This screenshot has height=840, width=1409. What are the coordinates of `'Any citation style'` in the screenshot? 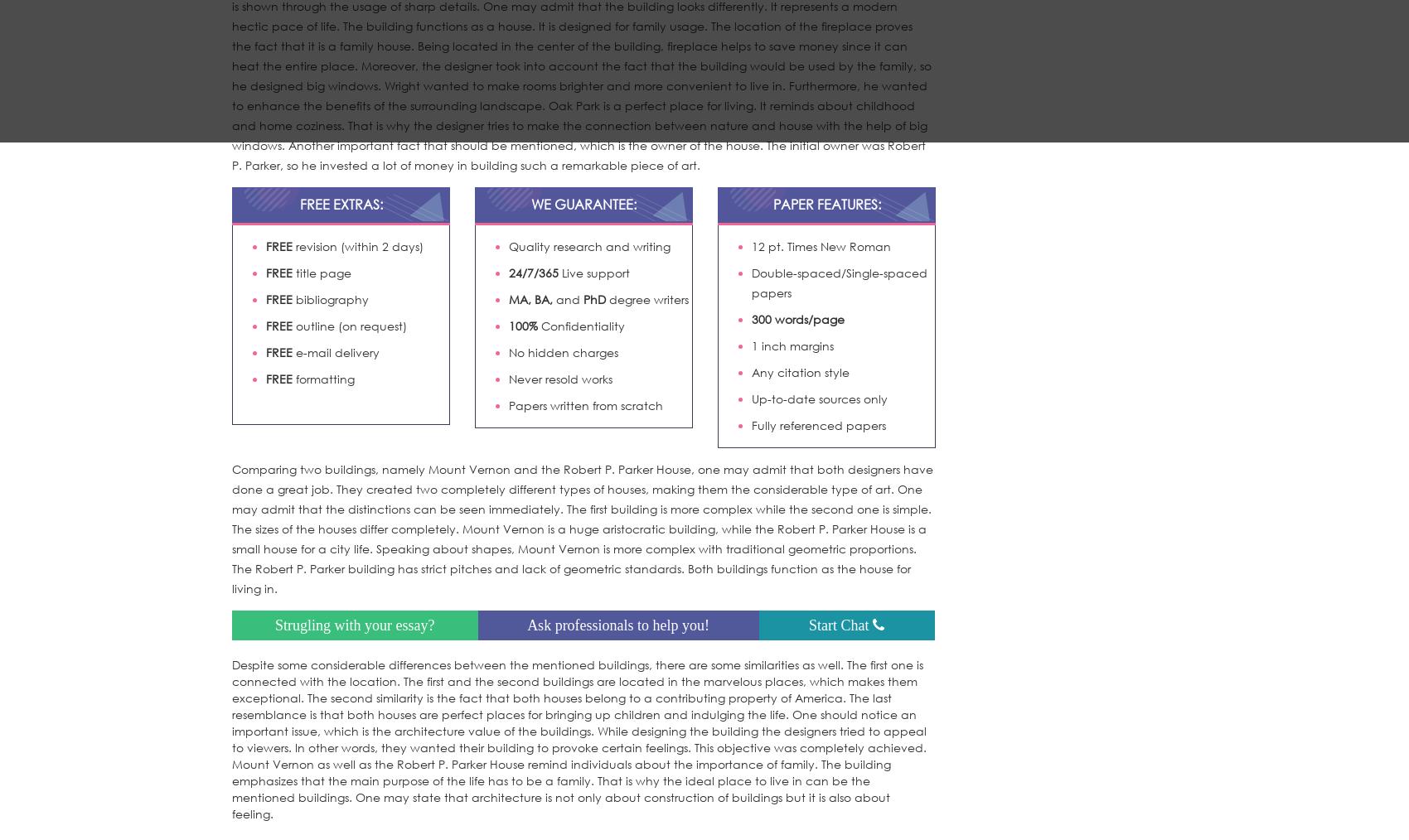 It's located at (799, 371).